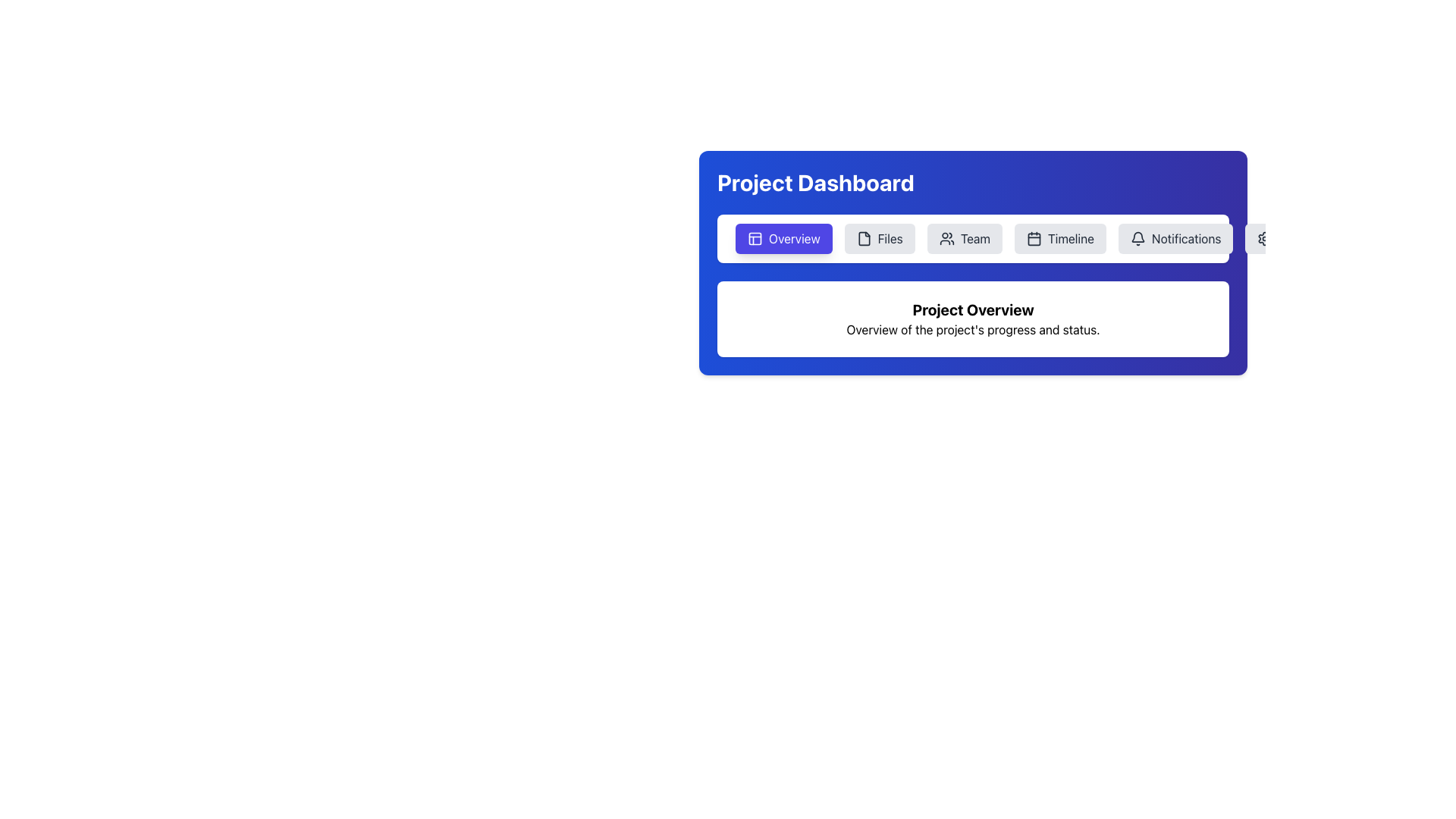  I want to click on the 'Team' text label within the navigation button, which is the third button from the left in the navigation bar, so click(975, 239).